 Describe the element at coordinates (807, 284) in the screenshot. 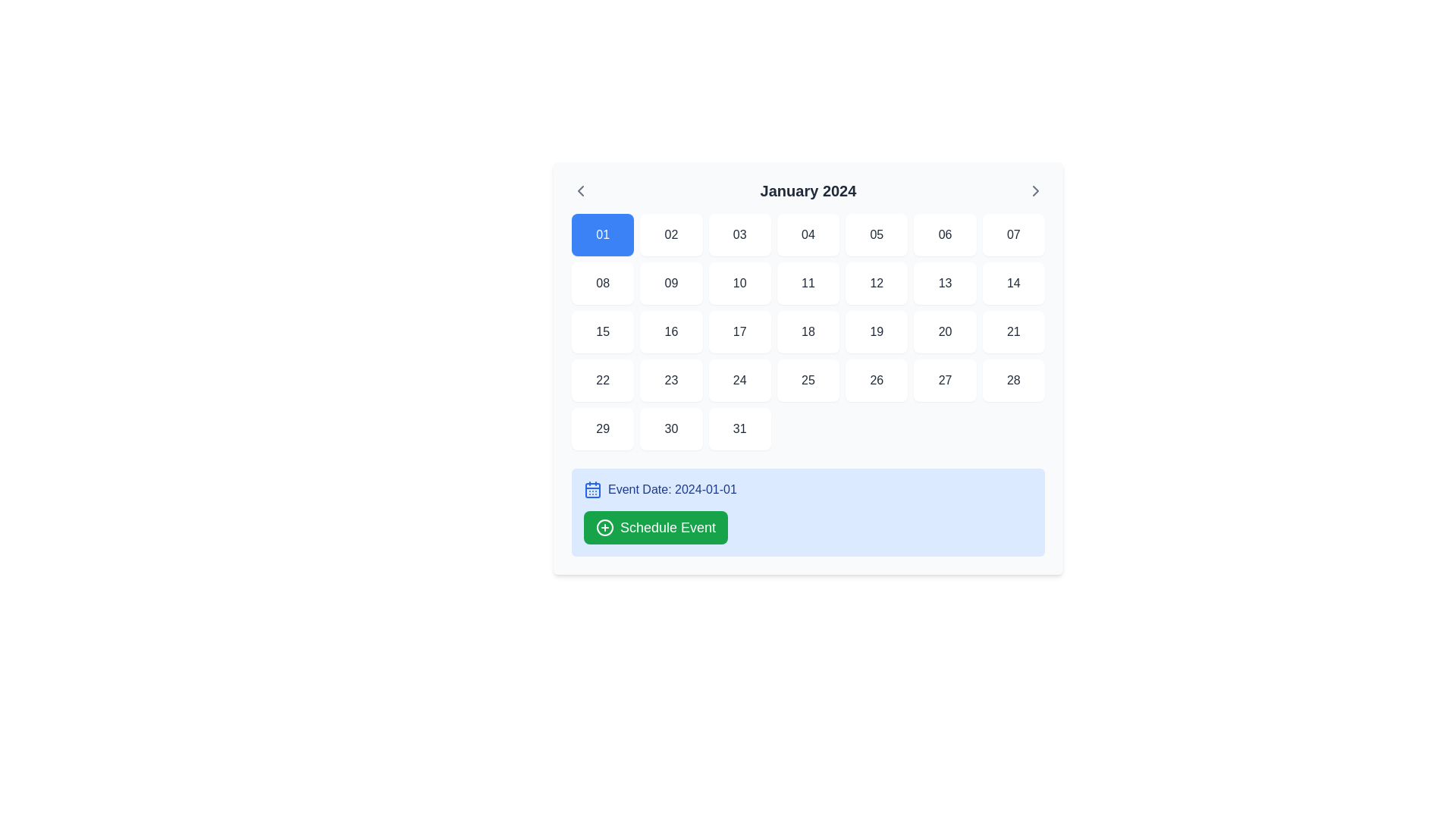

I see `the button displaying the number '11' in bold with a white background in the January 2024 calendar grid` at that location.